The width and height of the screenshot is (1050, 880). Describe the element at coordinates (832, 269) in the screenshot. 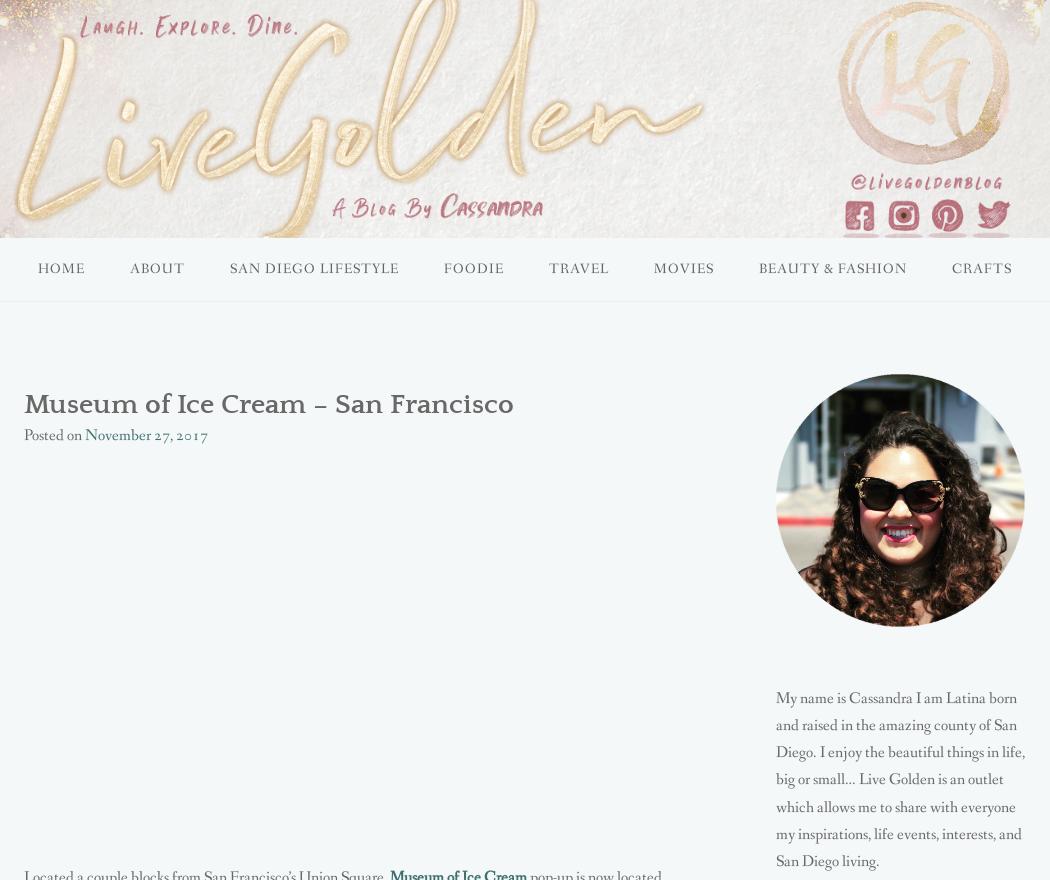

I see `'BEAUTY & FASHION'` at that location.